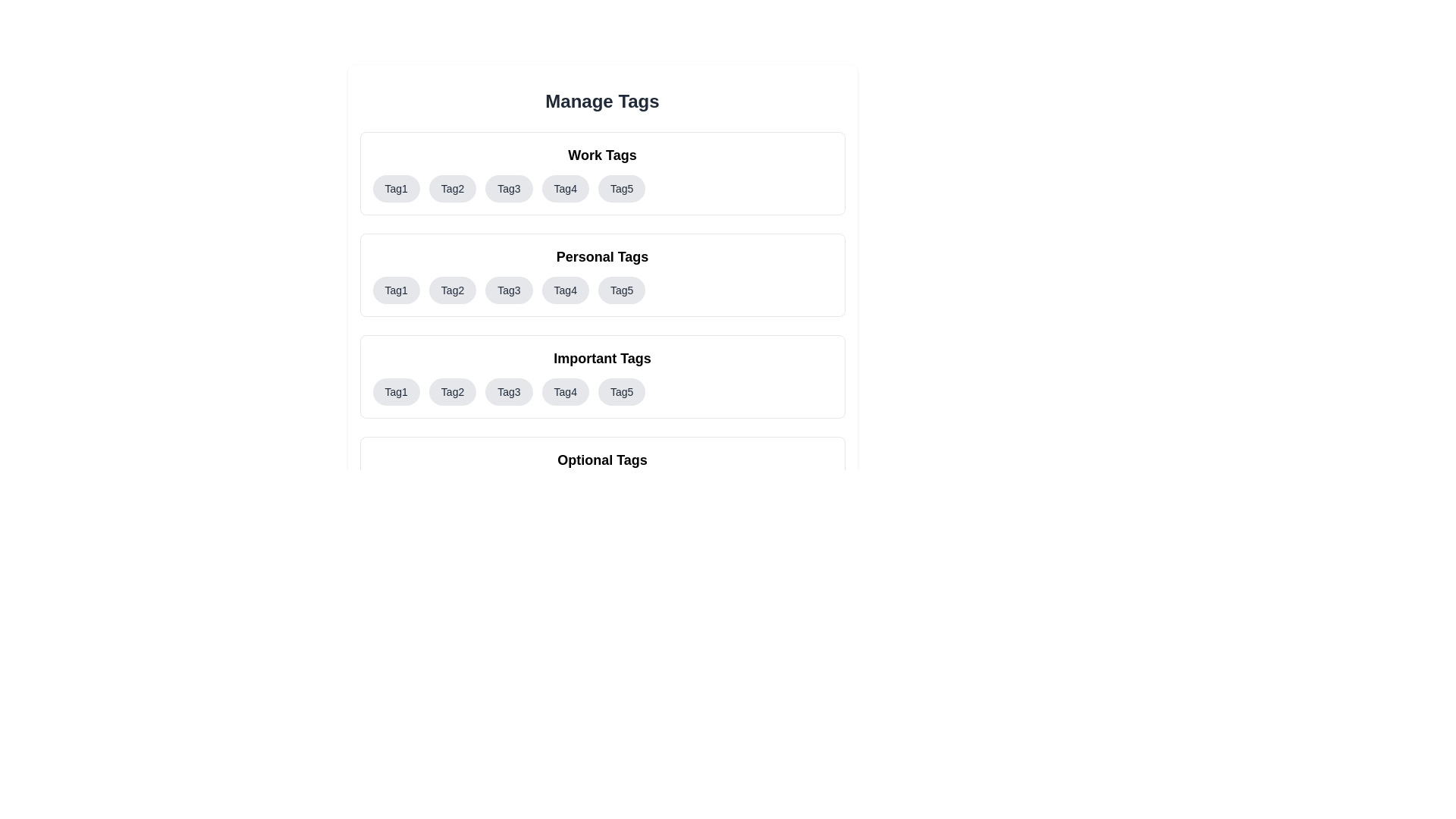  I want to click on the selectable button labeled 'Tag2' to observe the size increase effect, so click(452, 188).